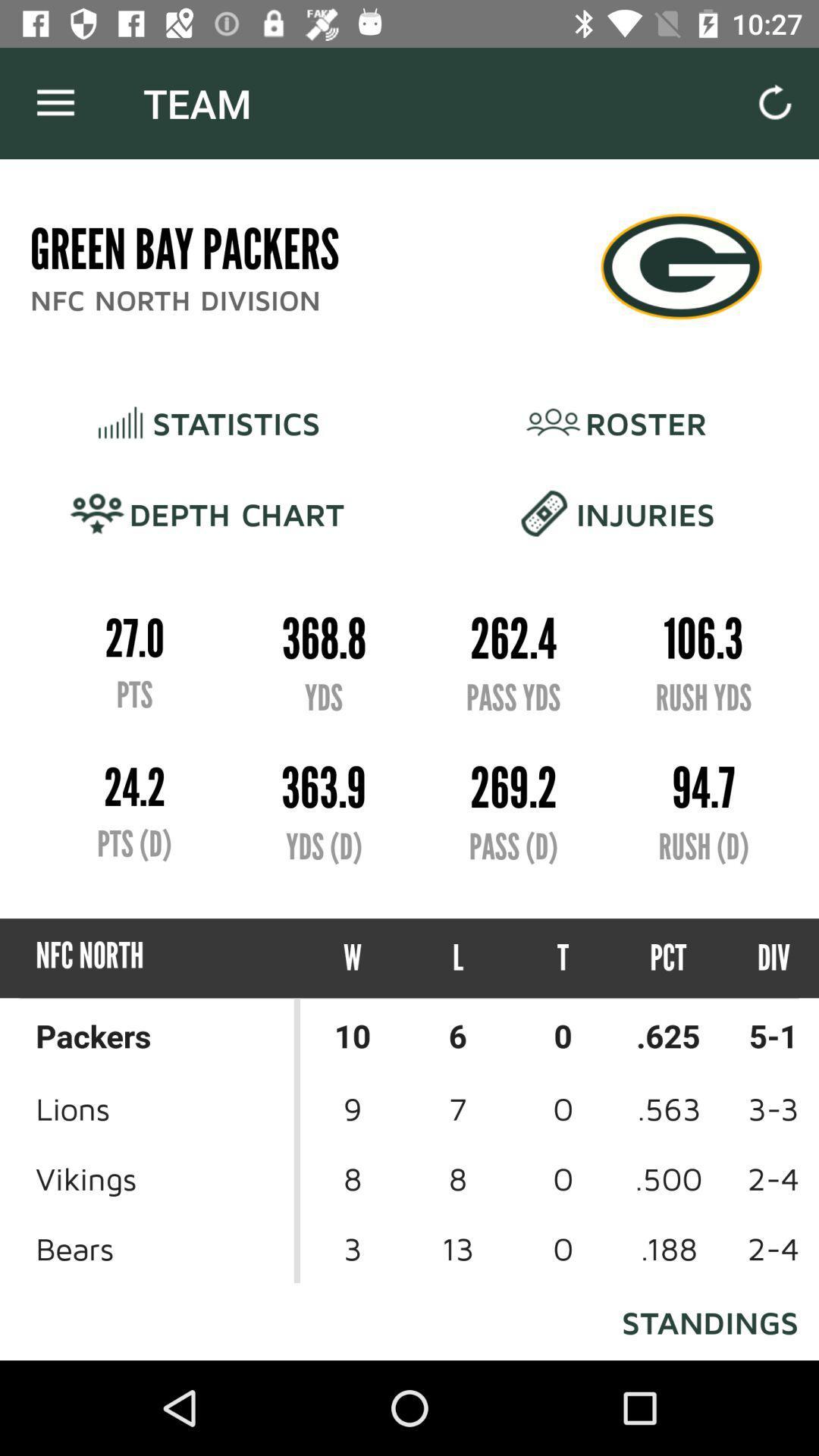 This screenshot has height=1456, width=819. Describe the element at coordinates (353, 957) in the screenshot. I see `the icon next to l item` at that location.